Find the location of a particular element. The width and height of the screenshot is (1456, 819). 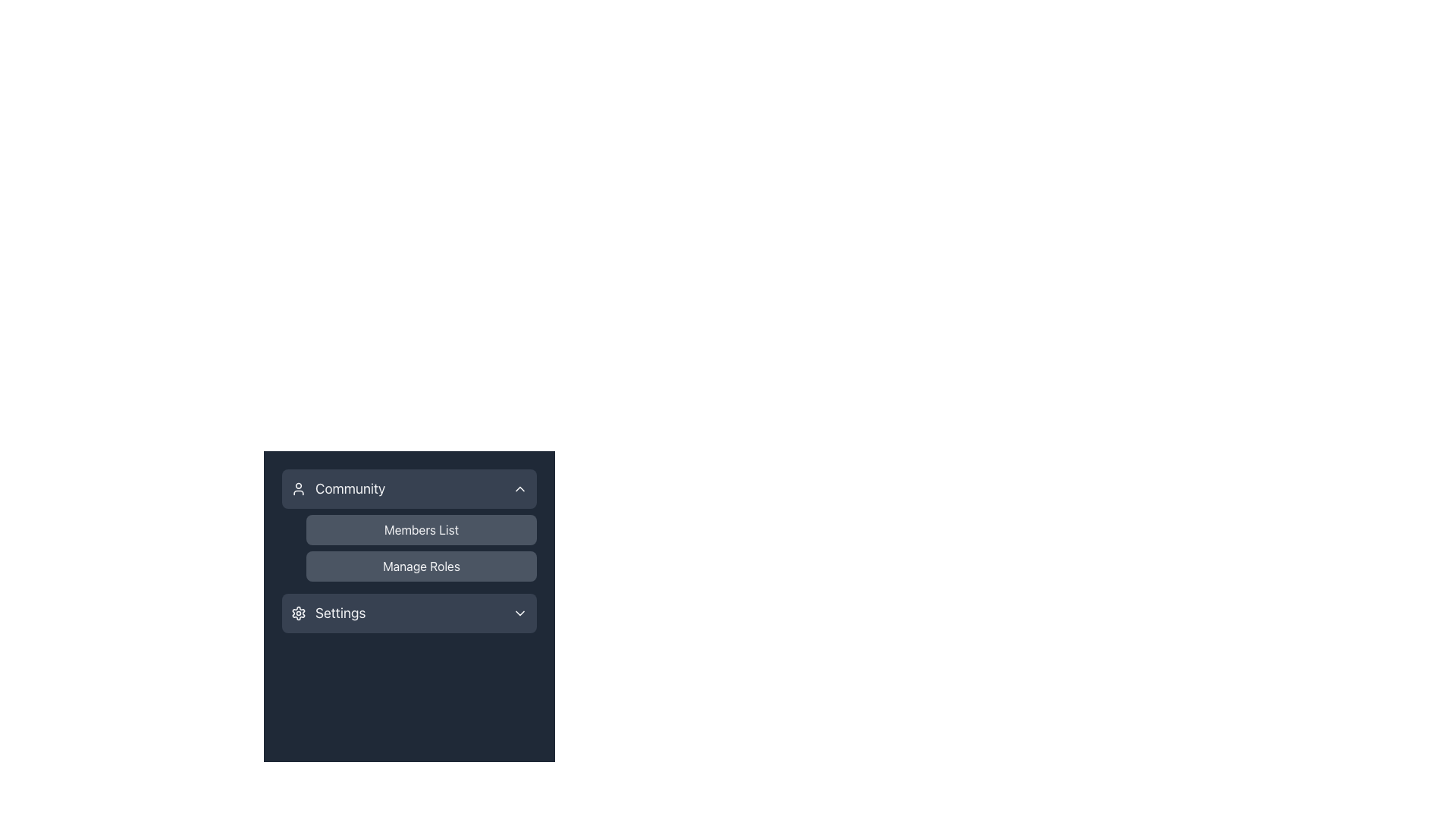

the Community icon located in the upper left corner of the Community header section in the sidebar, which is positioned to the left of the text 'Community' is located at coordinates (298, 488).